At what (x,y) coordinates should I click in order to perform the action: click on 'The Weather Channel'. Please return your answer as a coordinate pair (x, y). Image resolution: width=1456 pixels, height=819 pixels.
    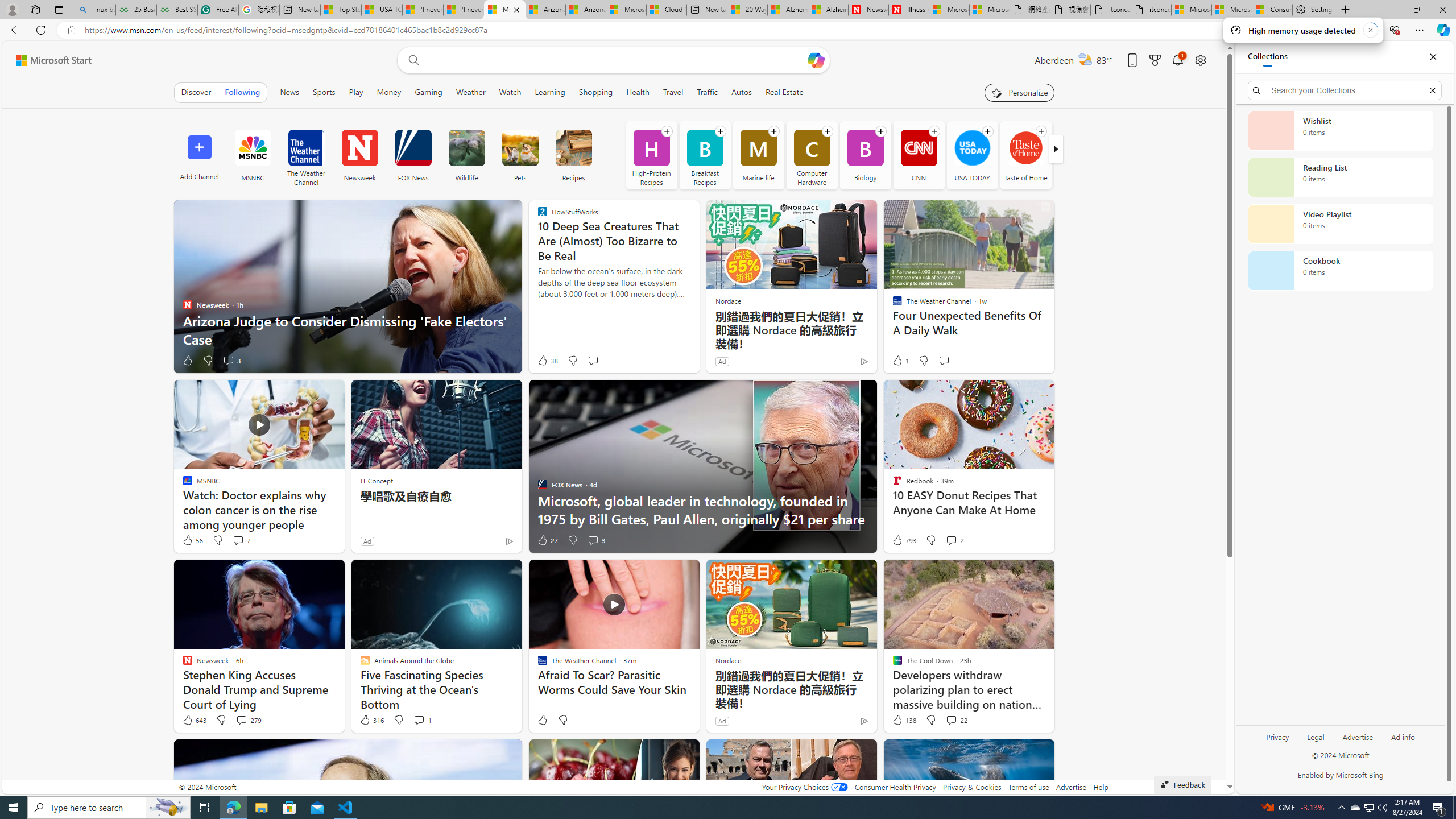
    Looking at the image, I should click on (306, 154).